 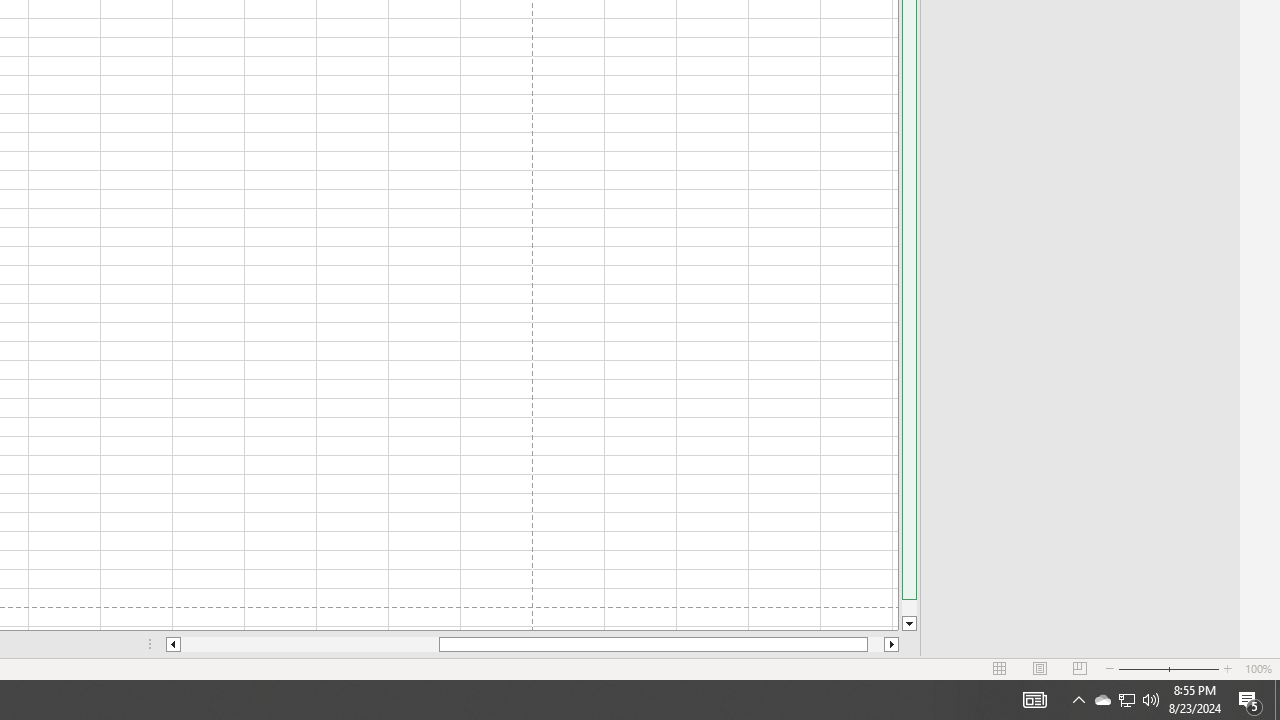 I want to click on 'Line down', so click(x=908, y=623).